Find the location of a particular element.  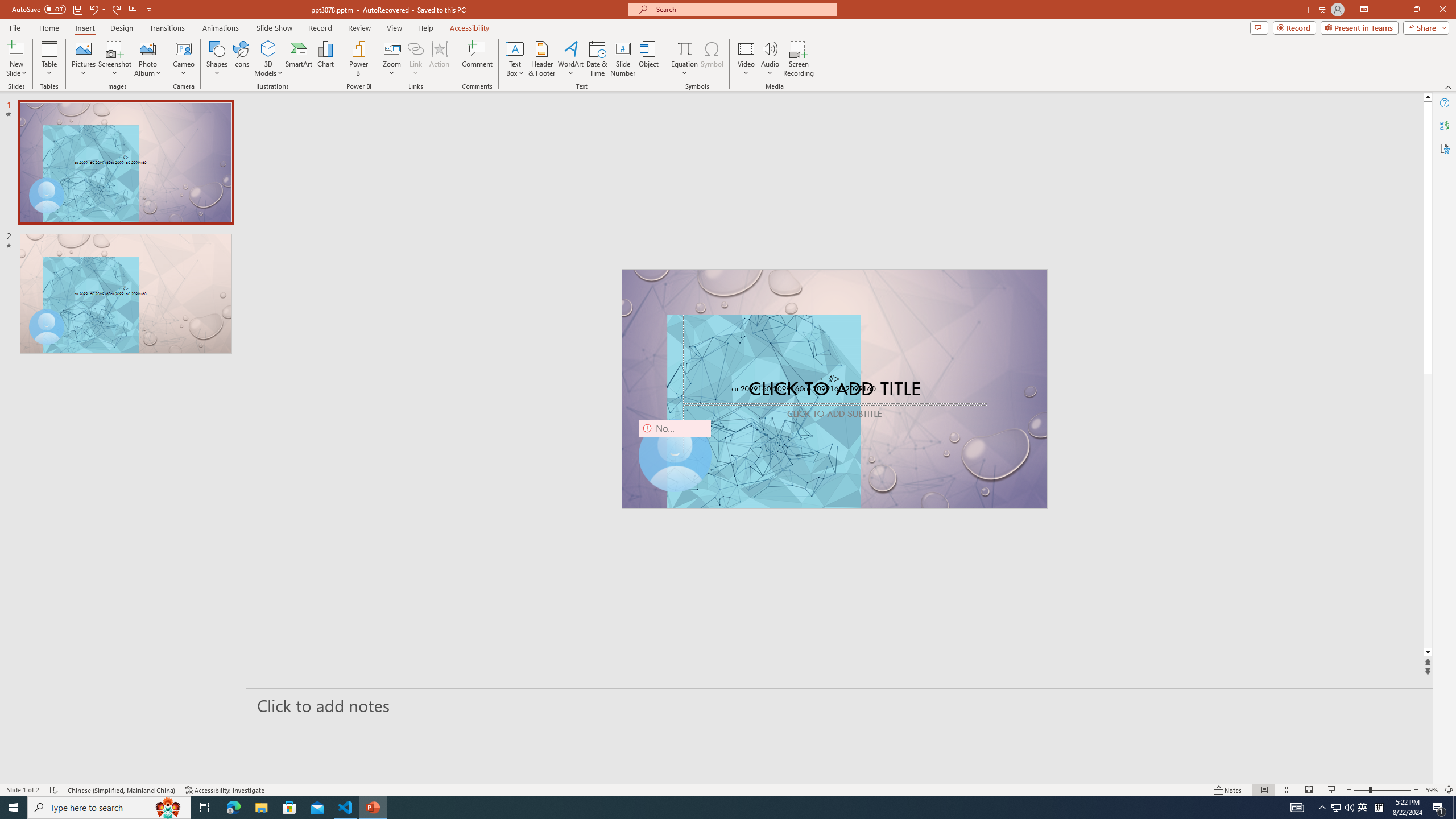

'Pictures' is located at coordinates (83, 59).